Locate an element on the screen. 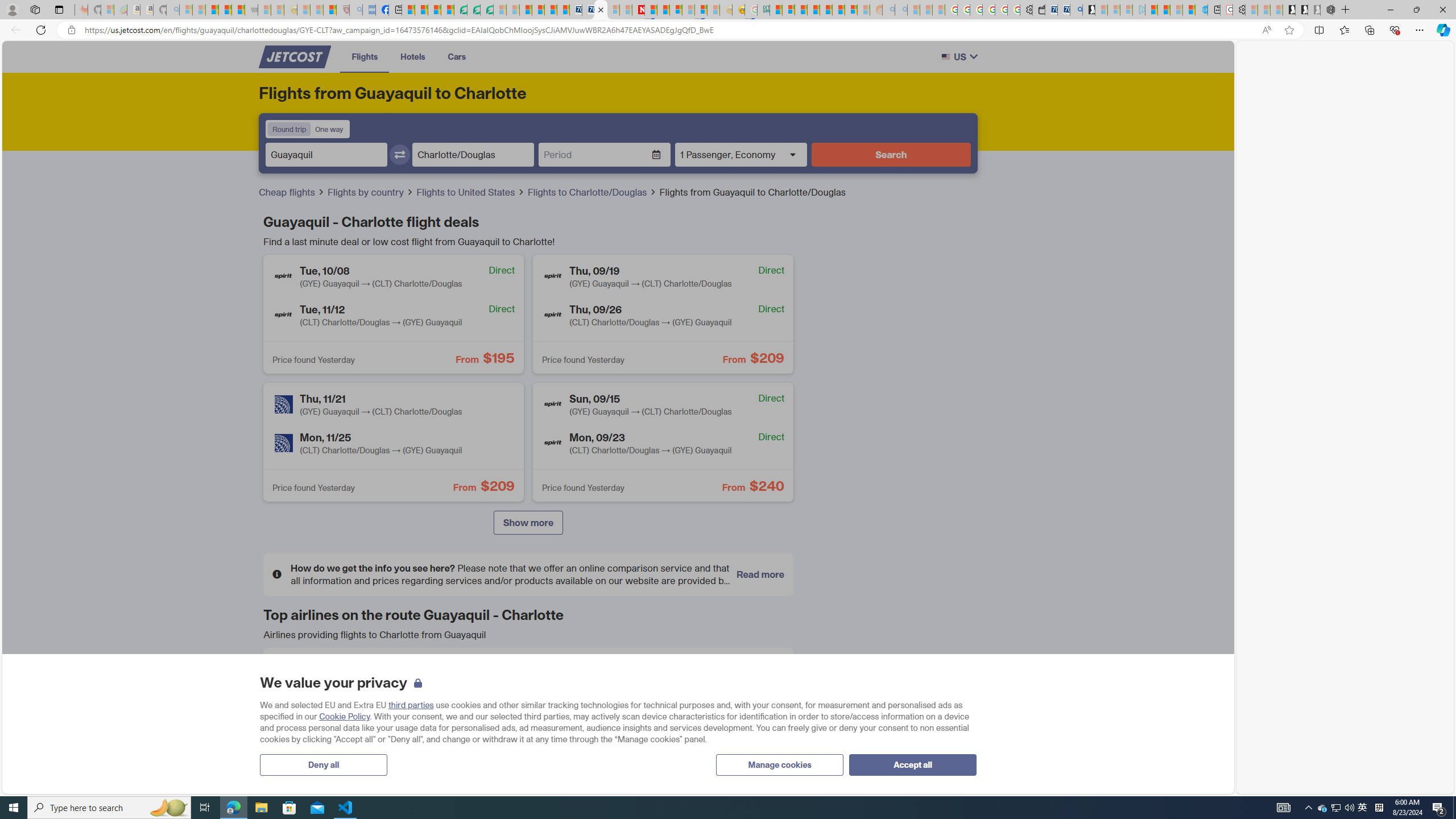  'Wallet' is located at coordinates (1039, 9).